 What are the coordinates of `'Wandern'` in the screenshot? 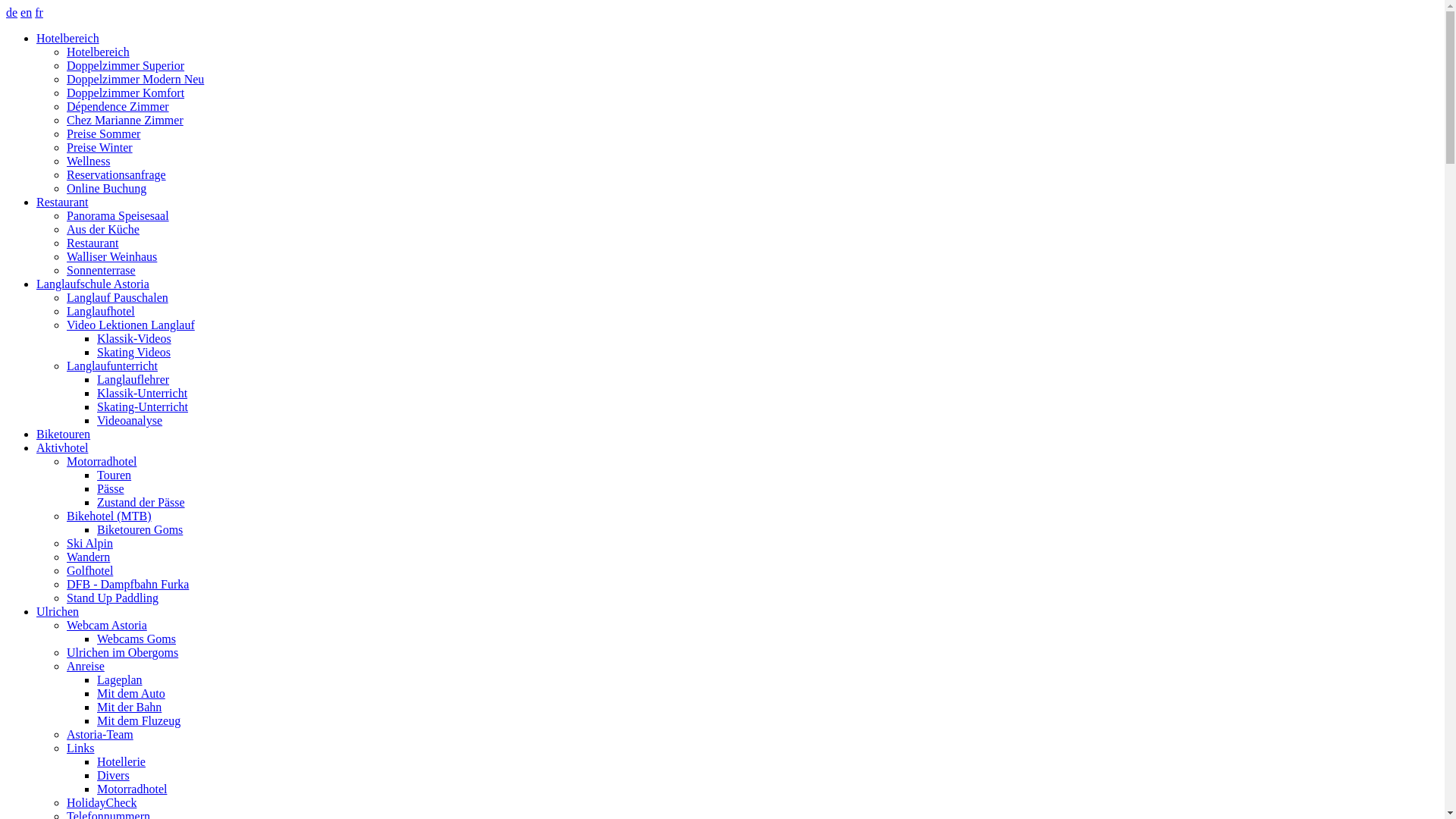 It's located at (87, 557).